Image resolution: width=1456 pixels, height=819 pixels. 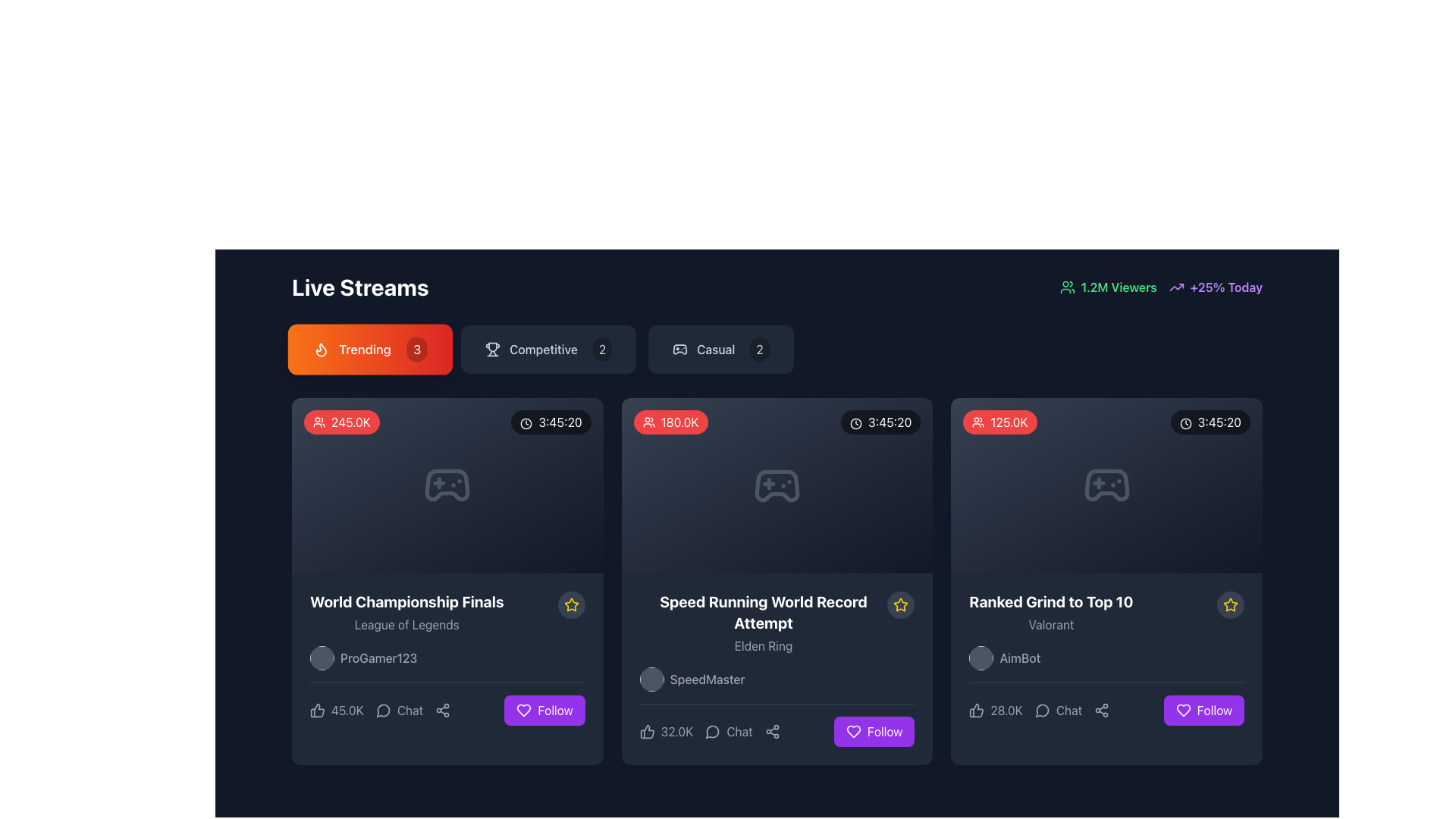 What do you see at coordinates (977, 711) in the screenshot?
I see `the like button located under the third card (Ranked Grind to Top 10)` at bounding box center [977, 711].